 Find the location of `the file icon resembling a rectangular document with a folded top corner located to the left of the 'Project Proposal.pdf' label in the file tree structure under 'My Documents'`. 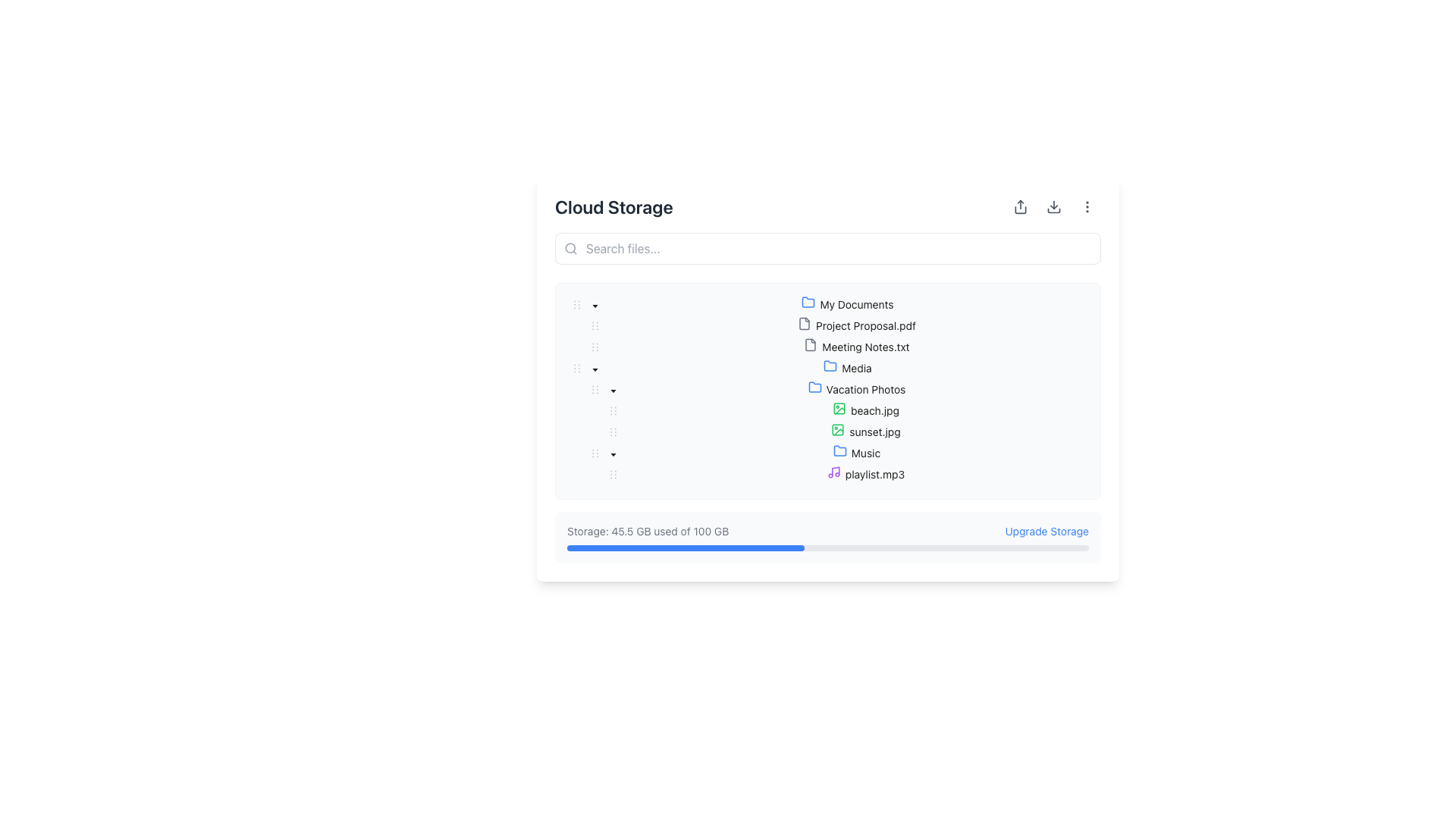

the file icon resembling a rectangular document with a folded top corner located to the left of the 'Project Proposal.pdf' label in the file tree structure under 'My Documents' is located at coordinates (806, 325).